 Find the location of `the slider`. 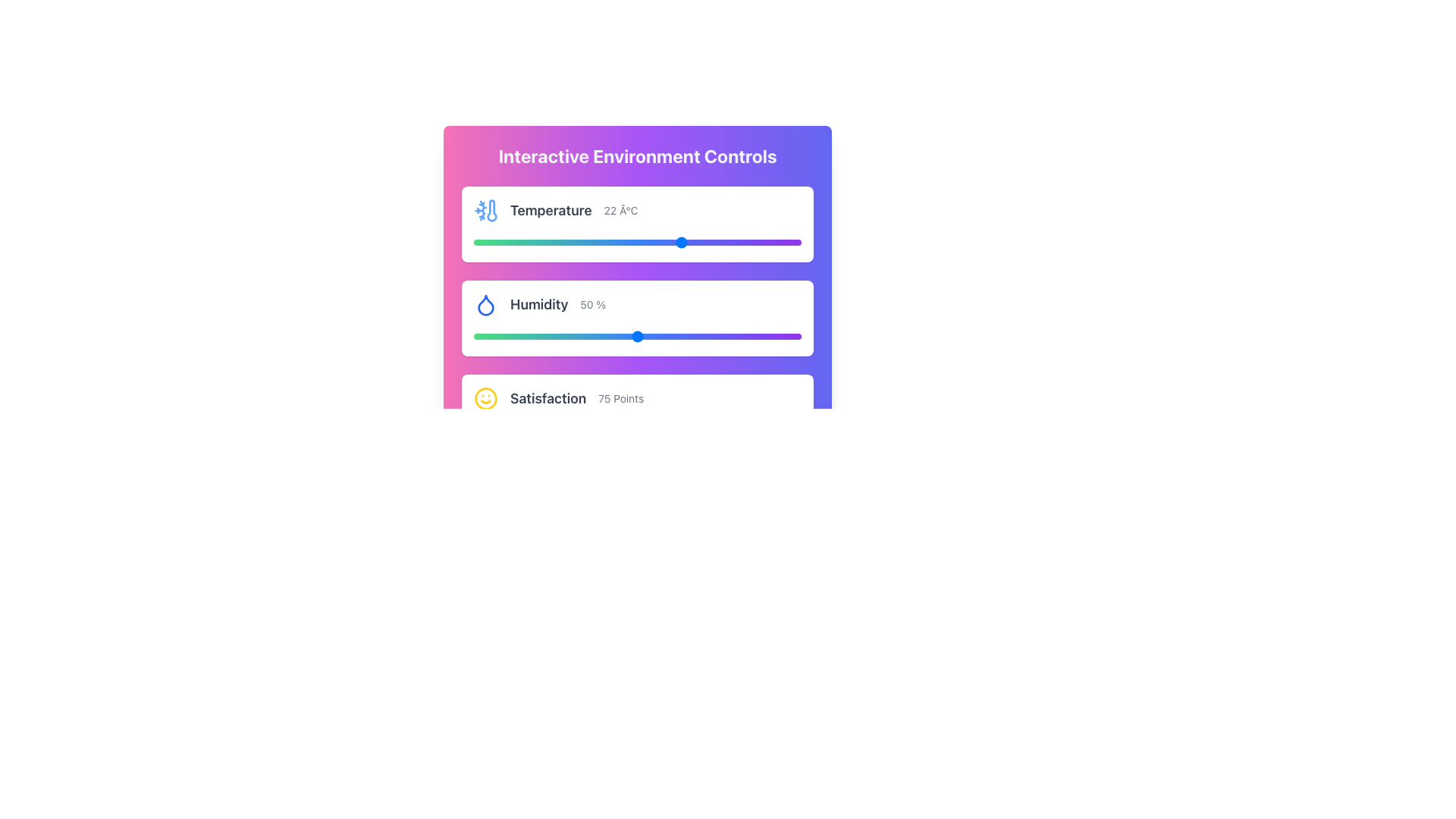

the slider is located at coordinates (532, 242).